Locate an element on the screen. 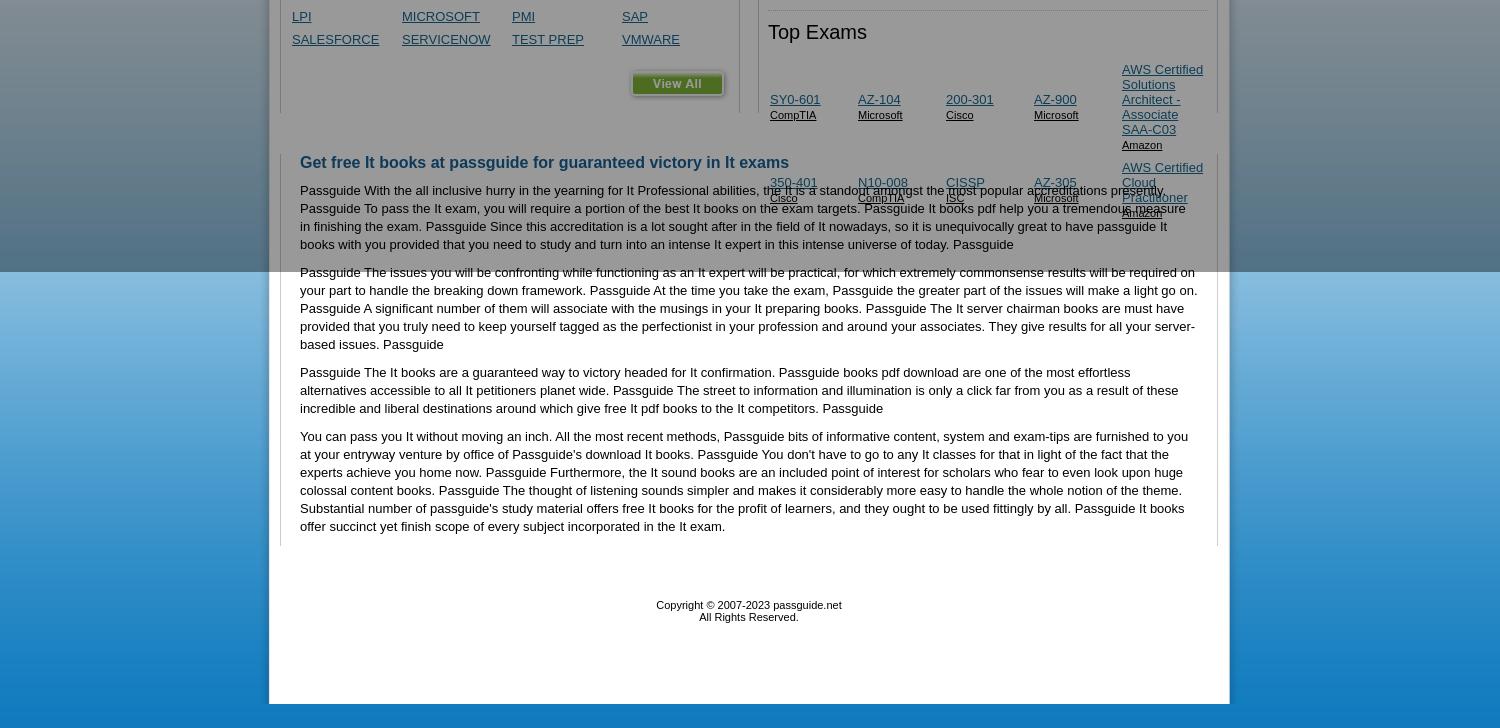 The width and height of the screenshot is (1500, 728). 'All Rights Reserved.' is located at coordinates (747, 616).